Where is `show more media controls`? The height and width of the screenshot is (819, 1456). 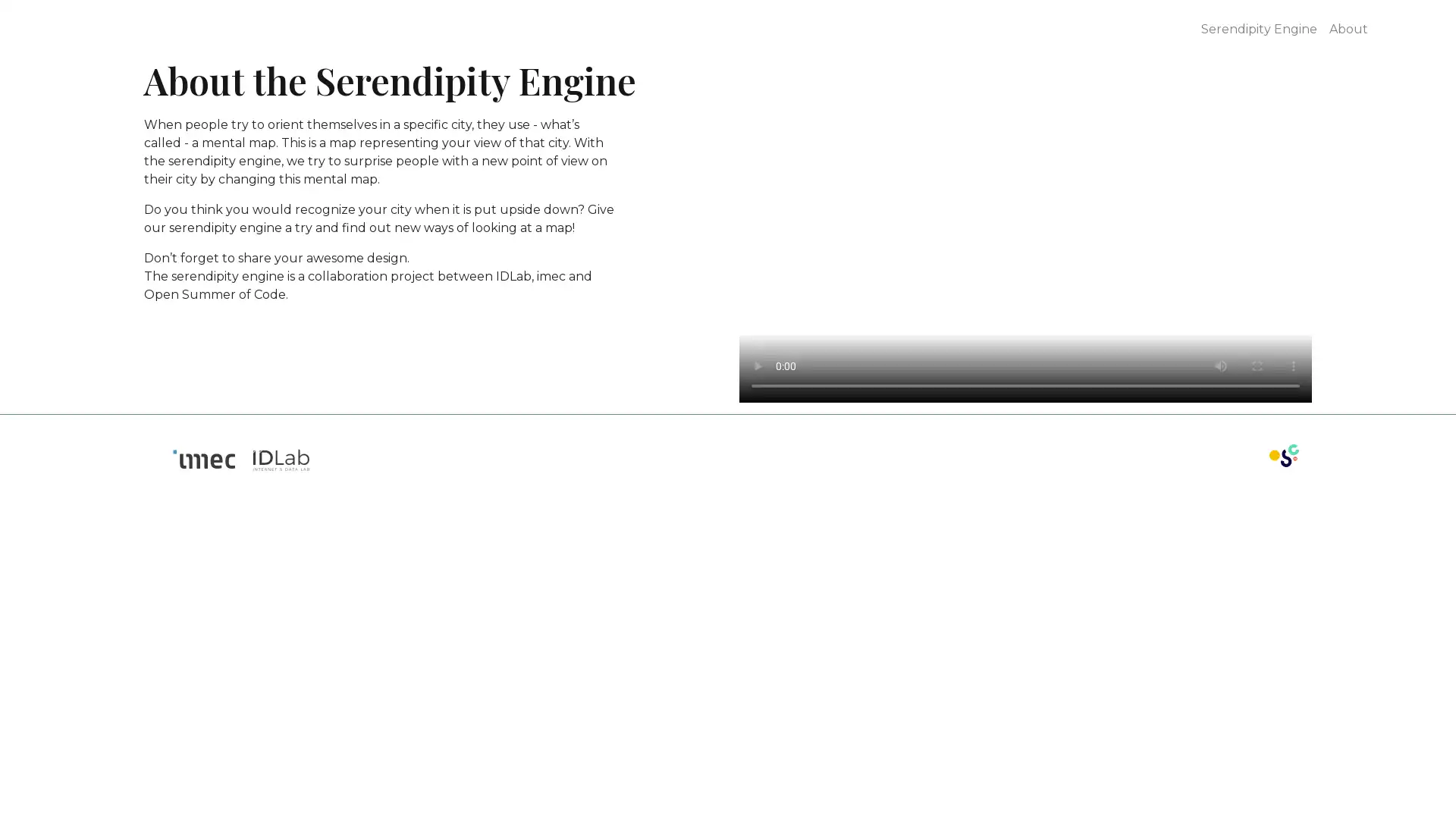 show more media controls is located at coordinates (1292, 366).